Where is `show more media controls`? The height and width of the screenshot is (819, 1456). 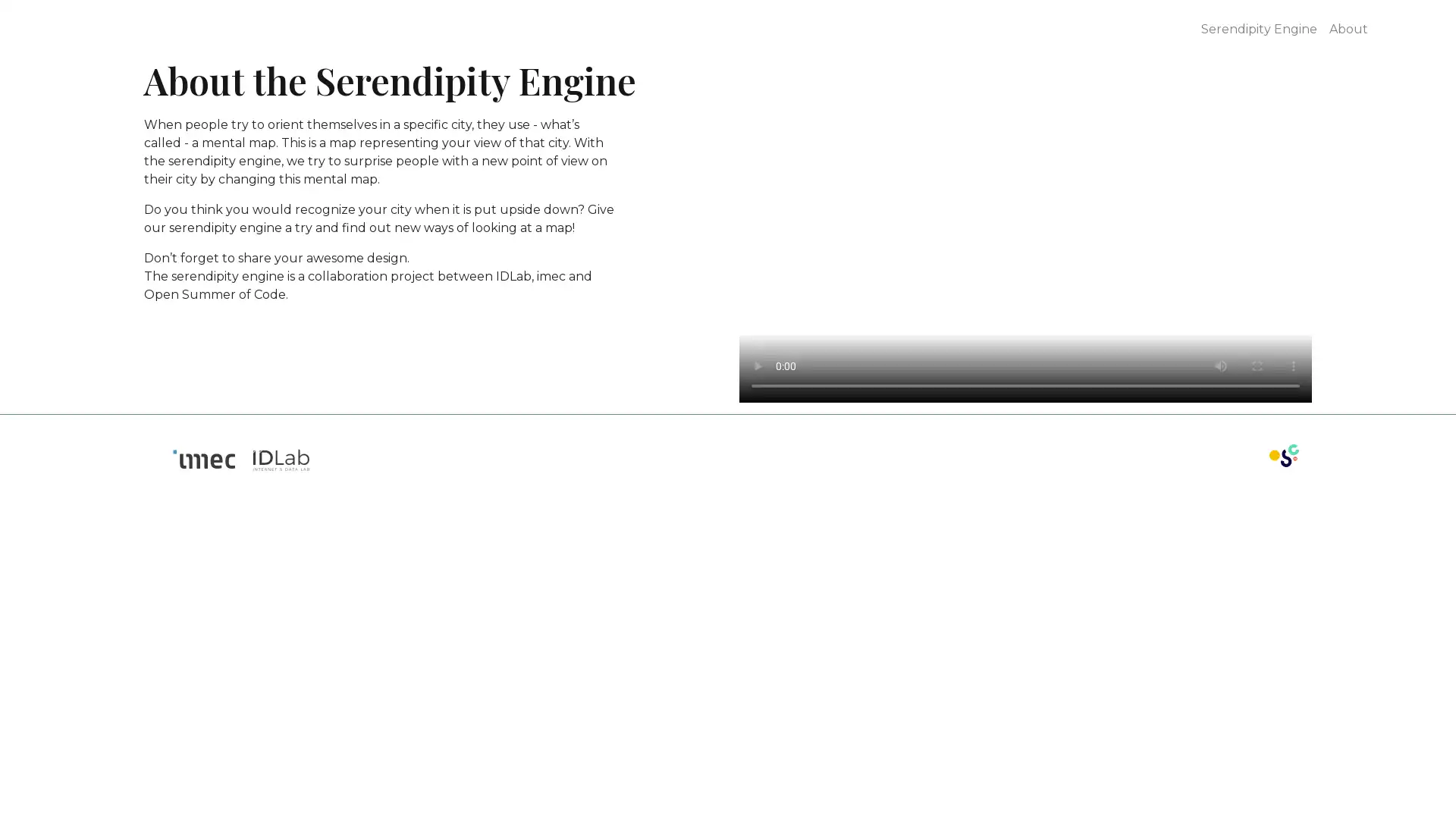 show more media controls is located at coordinates (1292, 366).